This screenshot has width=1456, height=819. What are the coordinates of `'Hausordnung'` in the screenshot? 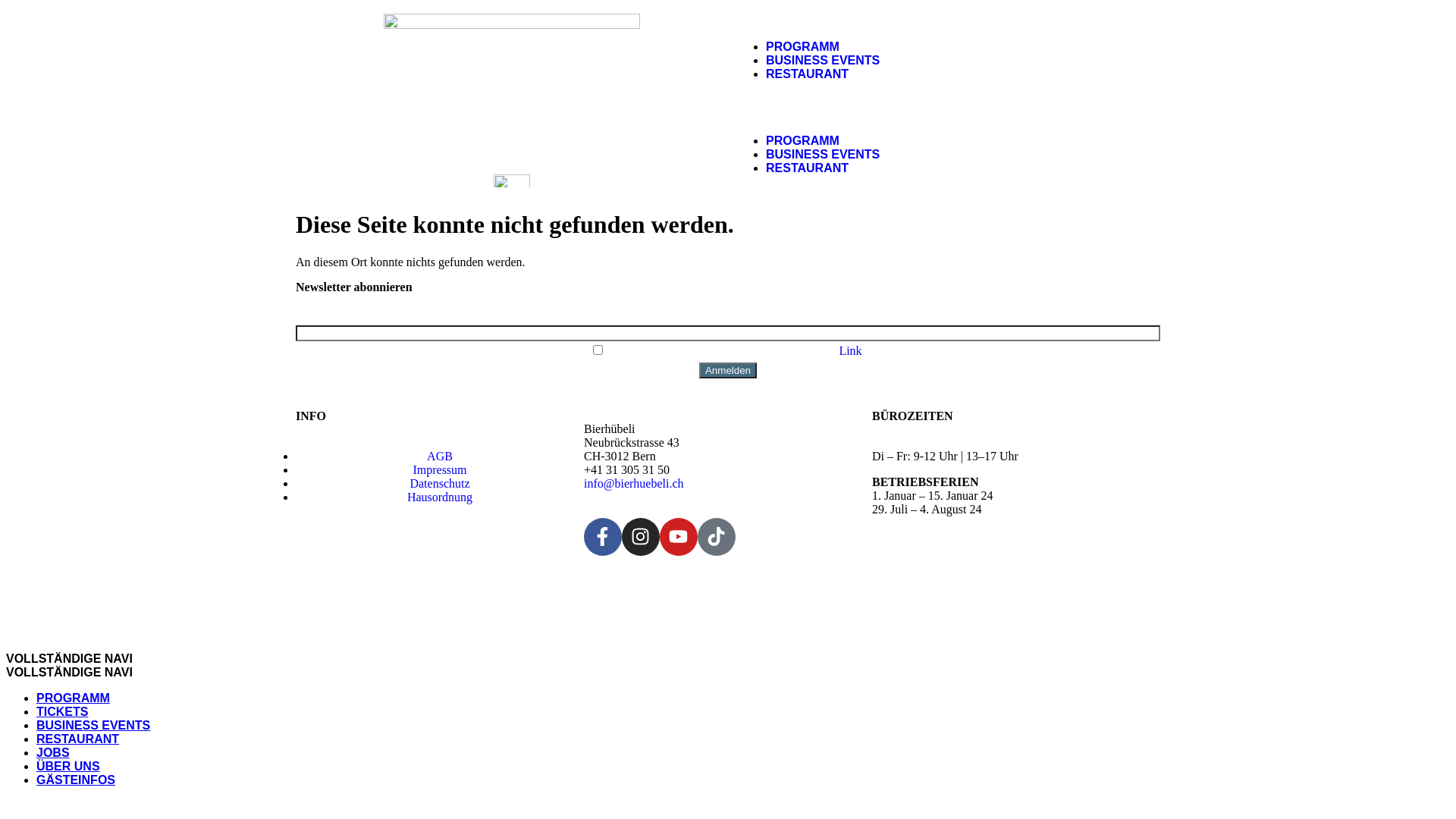 It's located at (439, 497).